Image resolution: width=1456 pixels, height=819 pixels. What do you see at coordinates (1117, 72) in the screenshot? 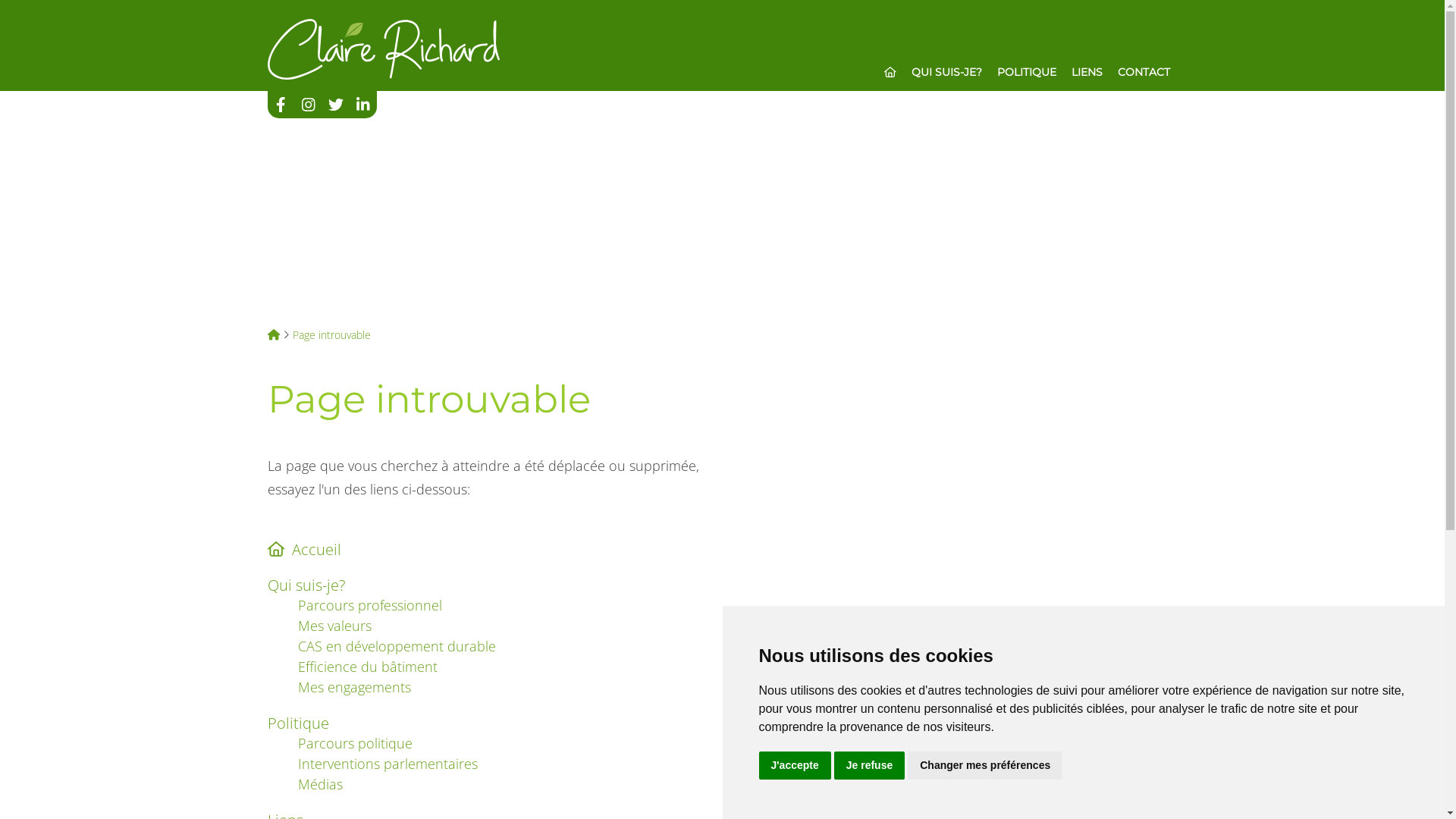
I see `'CONTACT'` at bounding box center [1117, 72].